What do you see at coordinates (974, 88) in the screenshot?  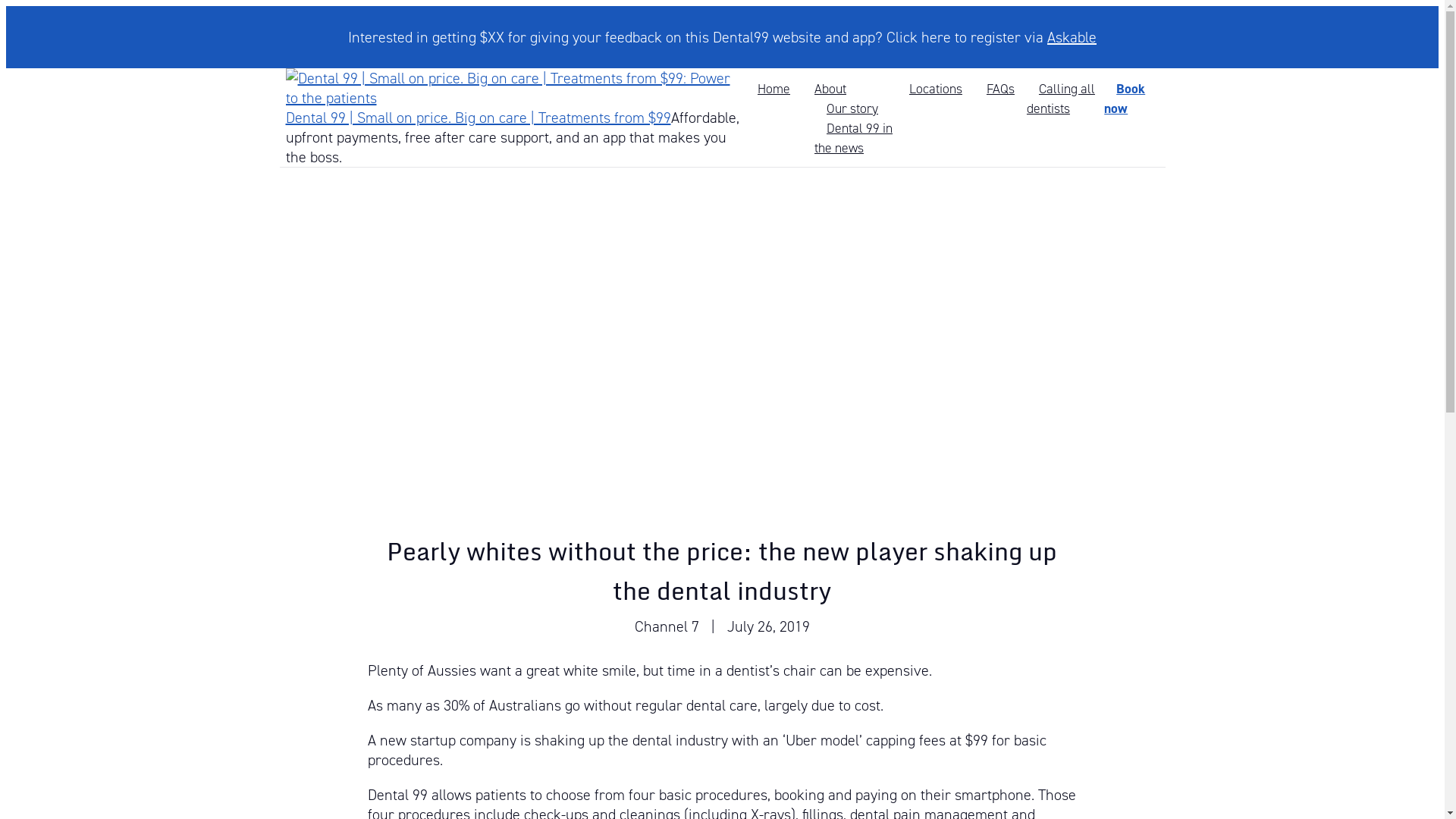 I see `'FAQs'` at bounding box center [974, 88].